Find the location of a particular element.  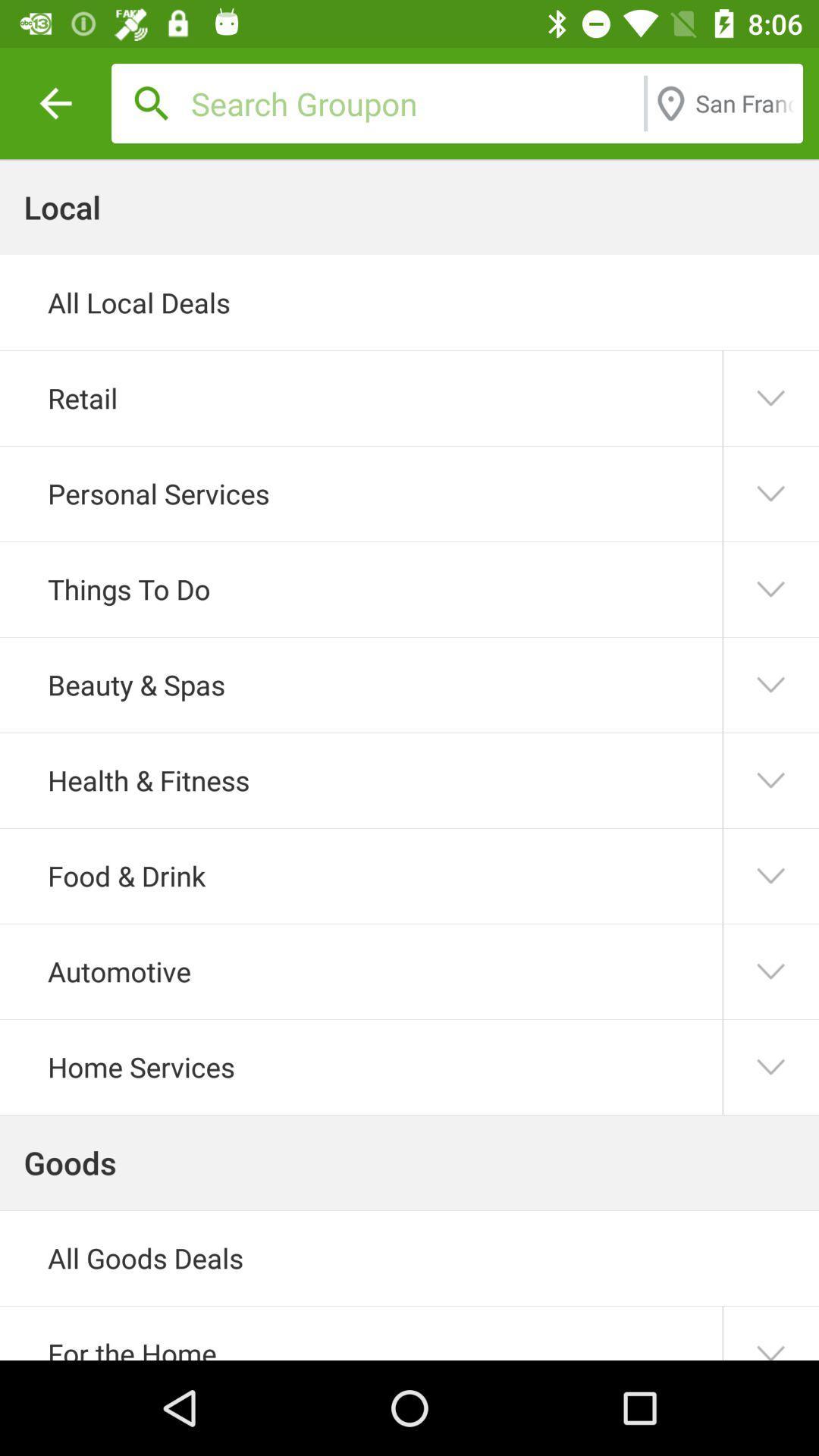

icon above the all local deals is located at coordinates (413, 102).